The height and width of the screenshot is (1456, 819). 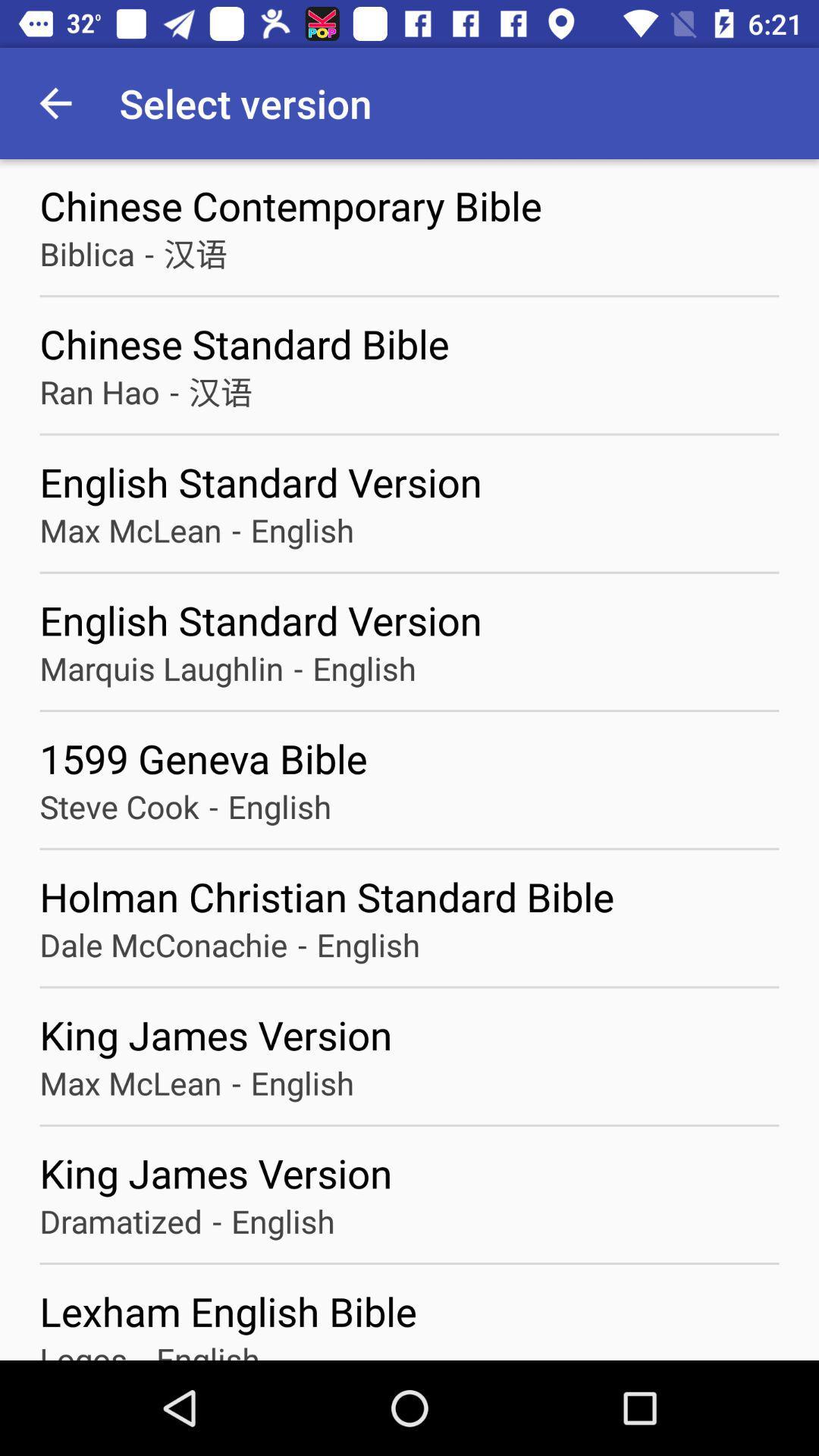 What do you see at coordinates (162, 667) in the screenshot?
I see `item above the 1599 geneva bible icon` at bounding box center [162, 667].